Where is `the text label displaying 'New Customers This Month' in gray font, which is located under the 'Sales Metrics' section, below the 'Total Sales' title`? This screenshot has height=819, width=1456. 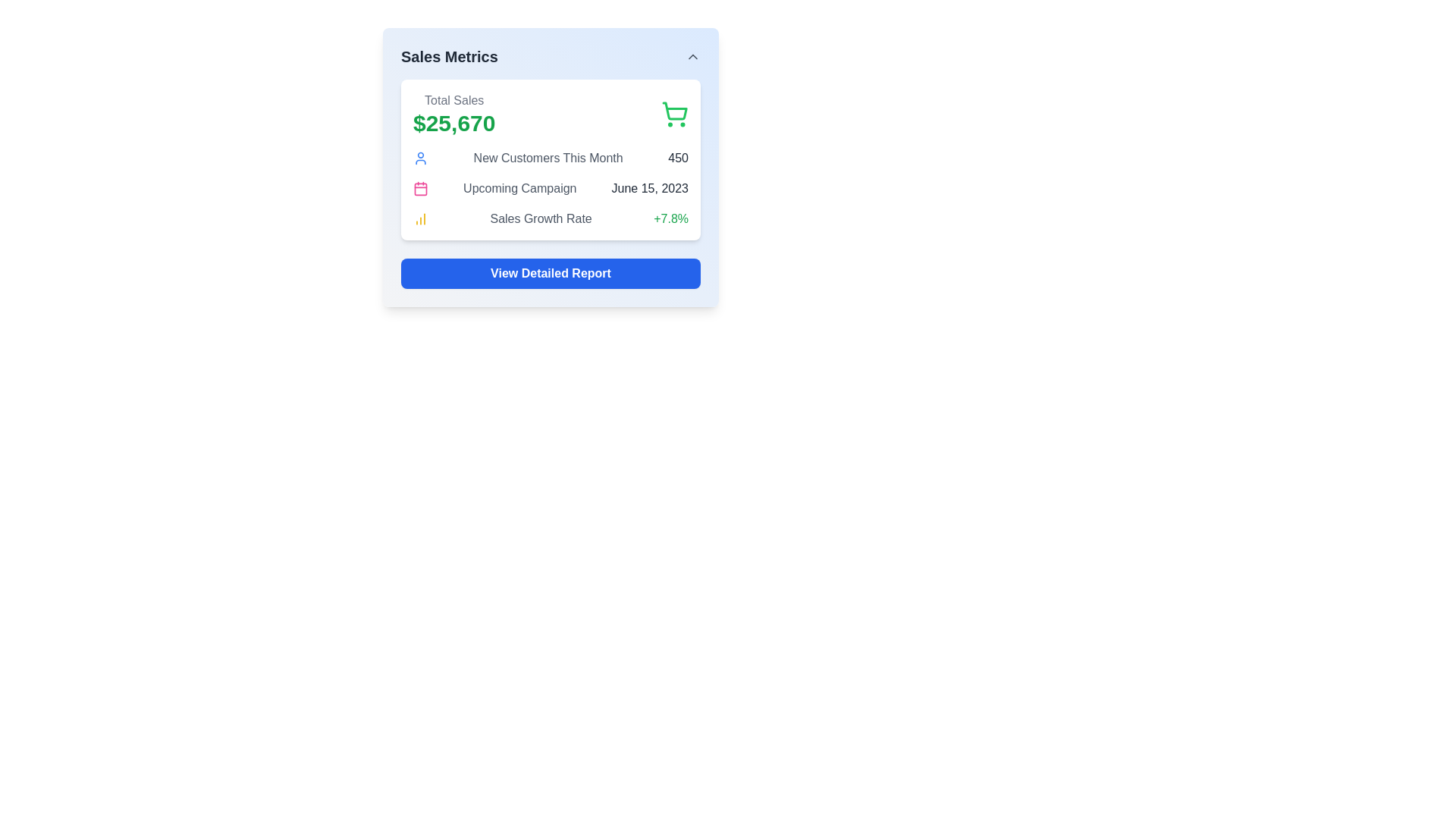
the text label displaying 'New Customers This Month' in gray font, which is located under the 'Sales Metrics' section, below the 'Total Sales' title is located at coordinates (548, 158).